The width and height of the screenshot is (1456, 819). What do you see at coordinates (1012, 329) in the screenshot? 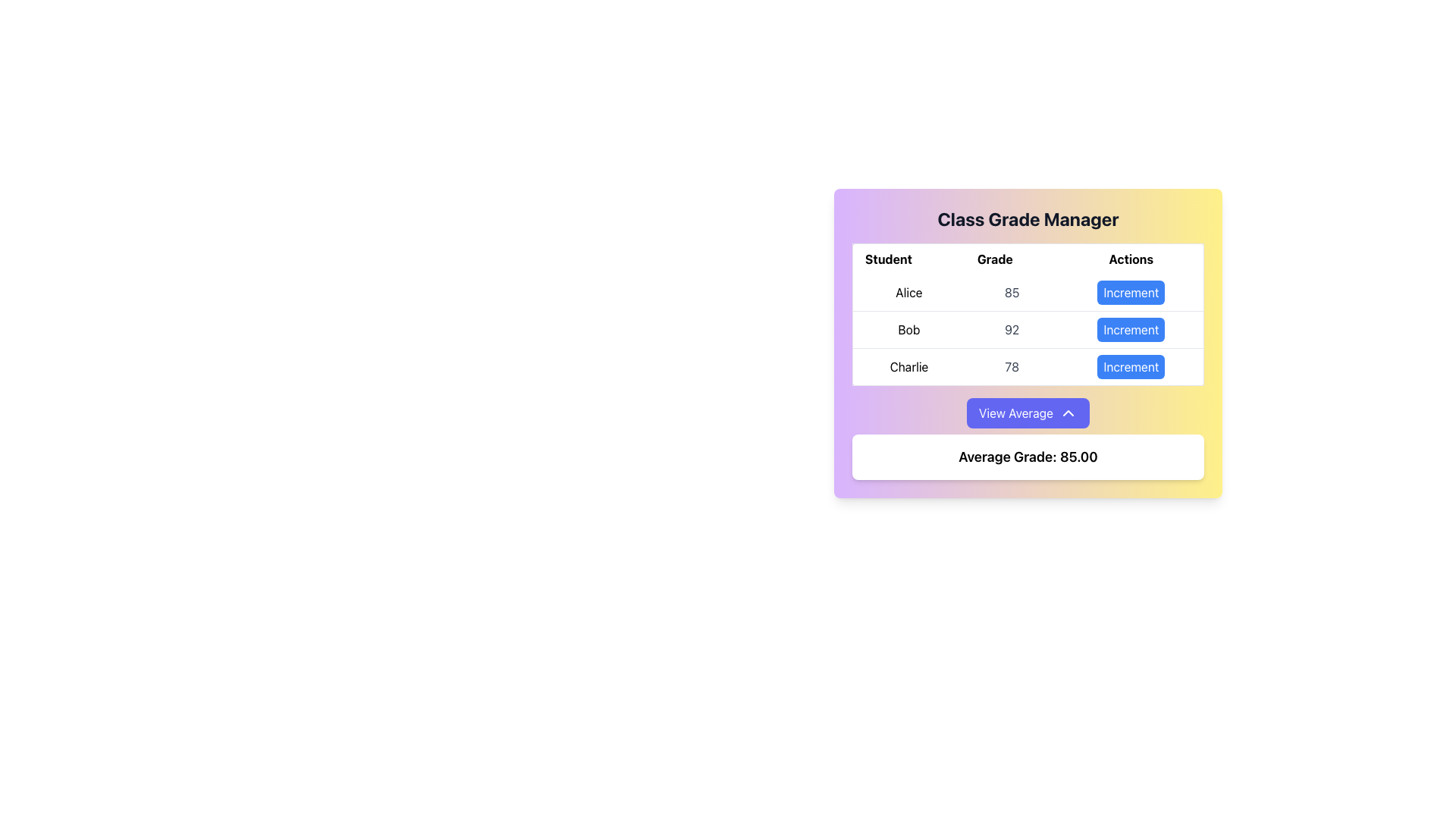
I see `the numerical grade label displaying '92' for the student 'Bob' in the table` at bounding box center [1012, 329].